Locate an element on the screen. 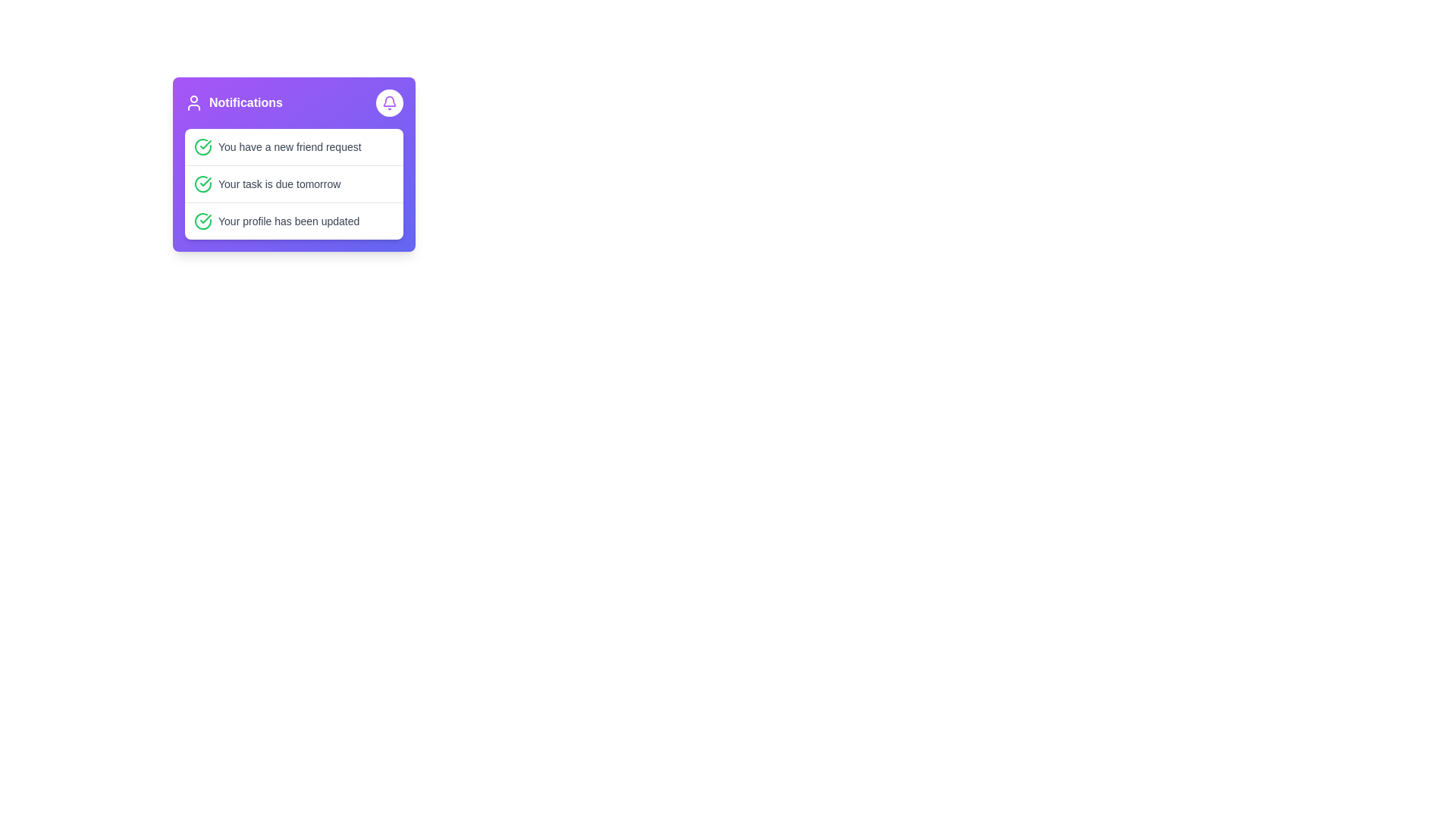 The height and width of the screenshot is (819, 1456). the text label indicating a new friend request received, located in the first notification item of the notification system is located at coordinates (290, 146).